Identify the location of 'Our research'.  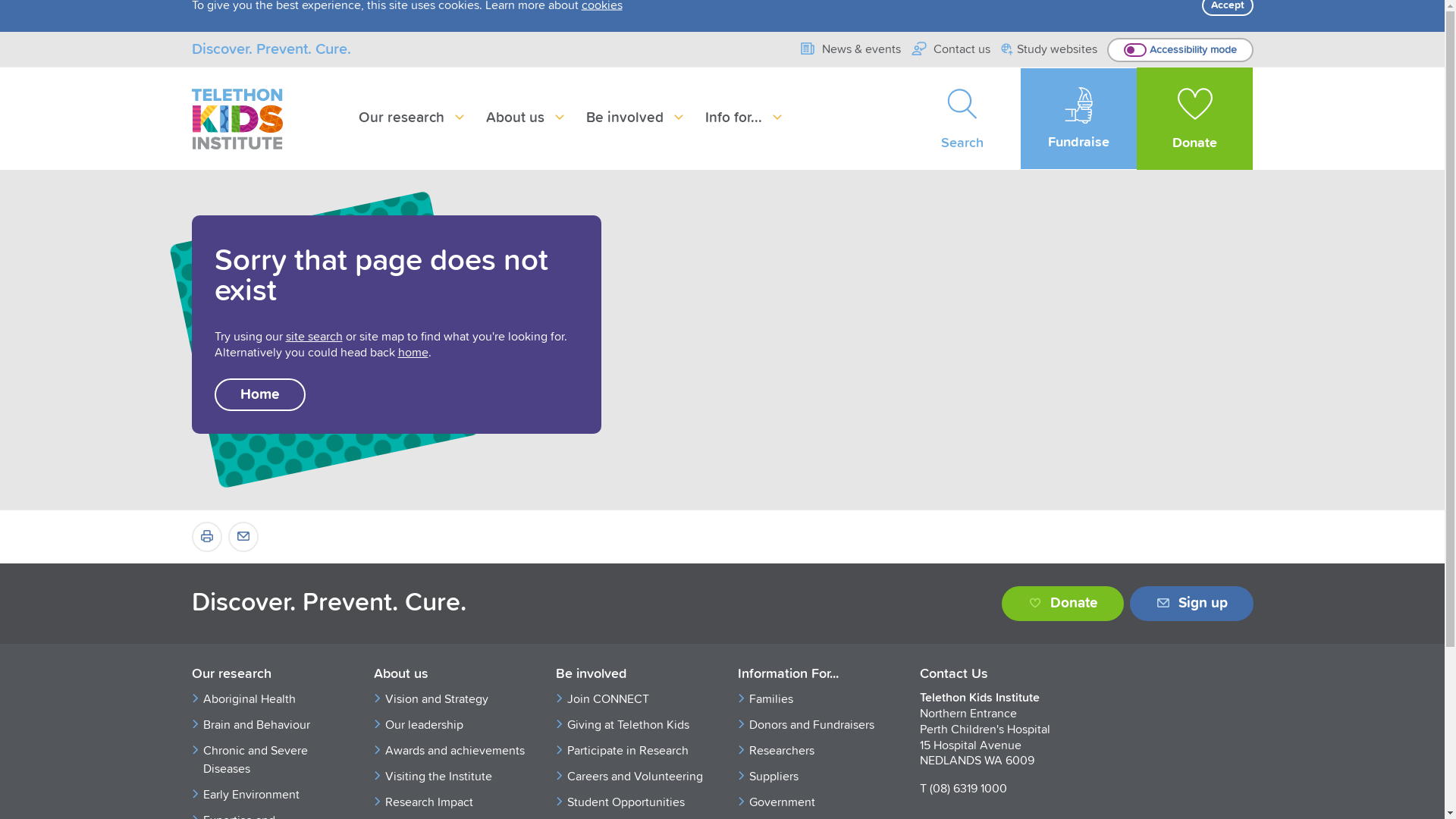
(266, 674).